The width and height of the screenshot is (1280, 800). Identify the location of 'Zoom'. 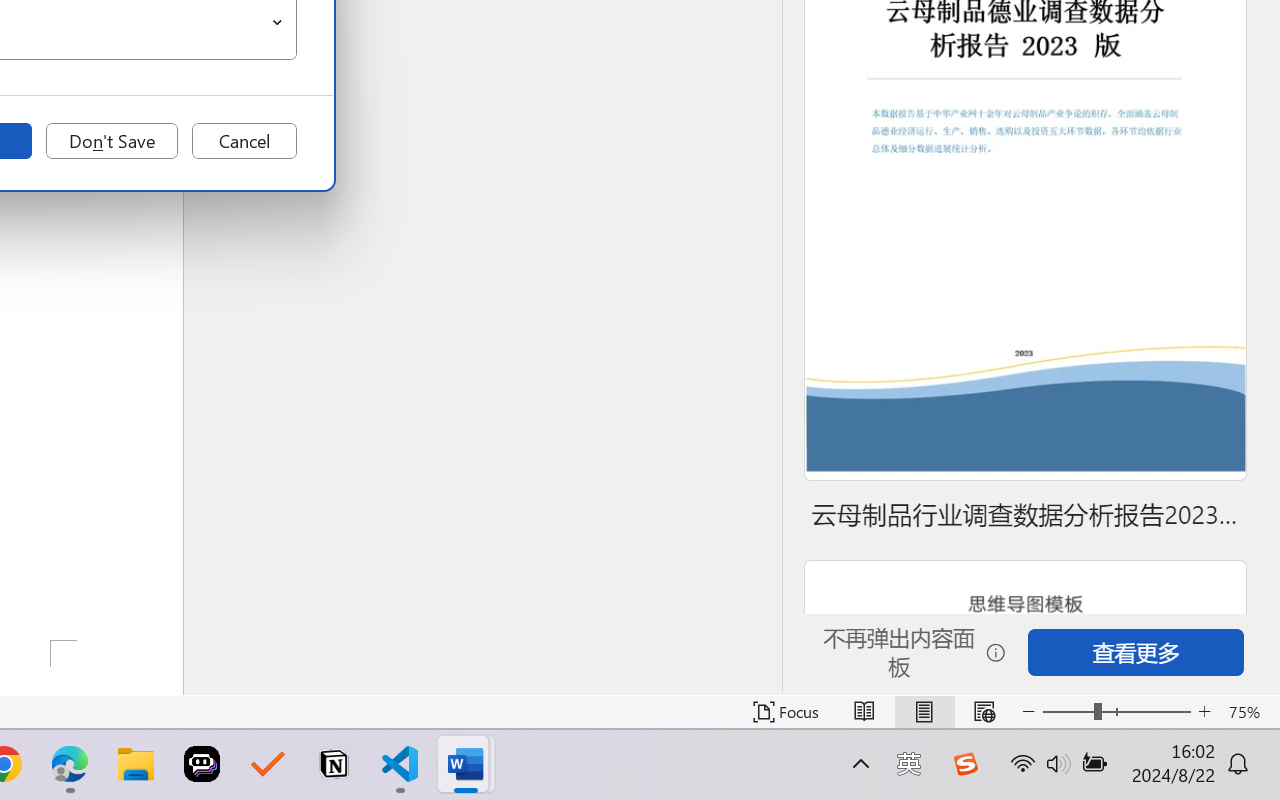
(1115, 711).